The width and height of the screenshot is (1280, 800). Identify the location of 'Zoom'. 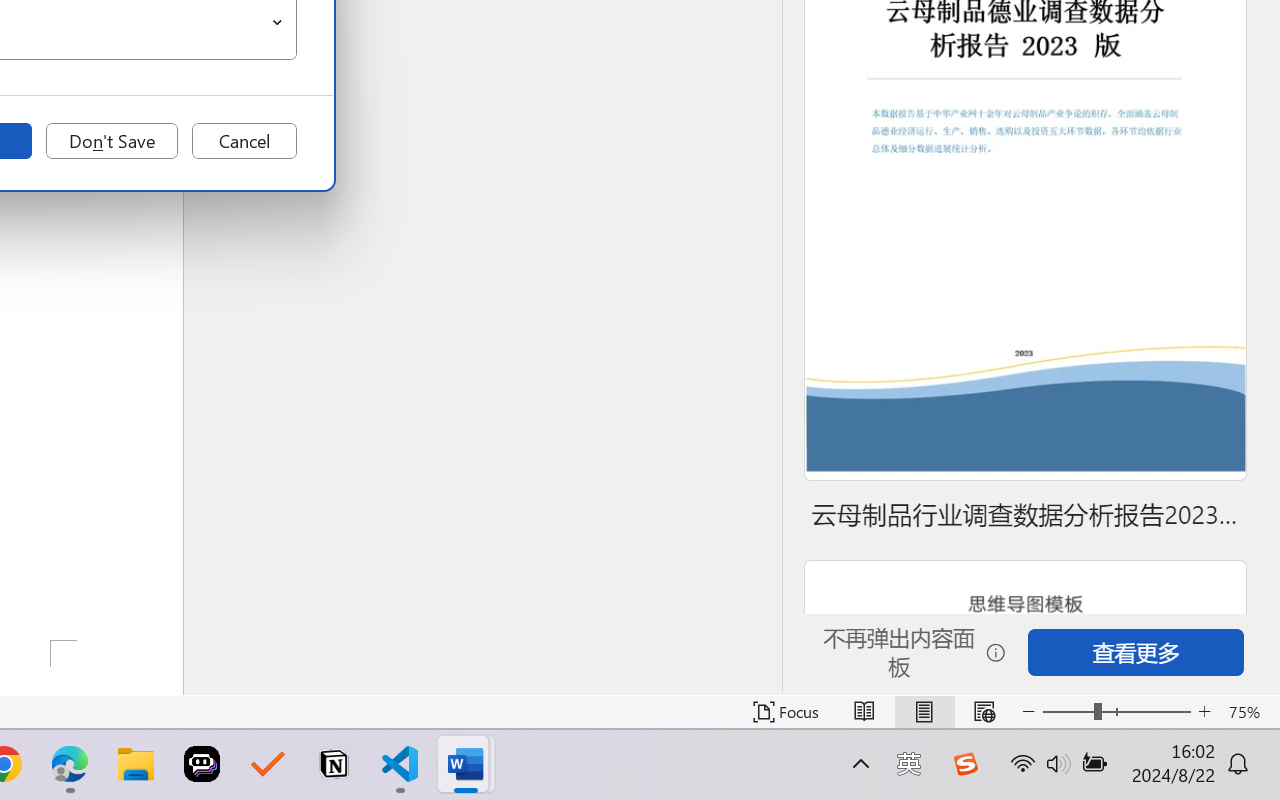
(1115, 711).